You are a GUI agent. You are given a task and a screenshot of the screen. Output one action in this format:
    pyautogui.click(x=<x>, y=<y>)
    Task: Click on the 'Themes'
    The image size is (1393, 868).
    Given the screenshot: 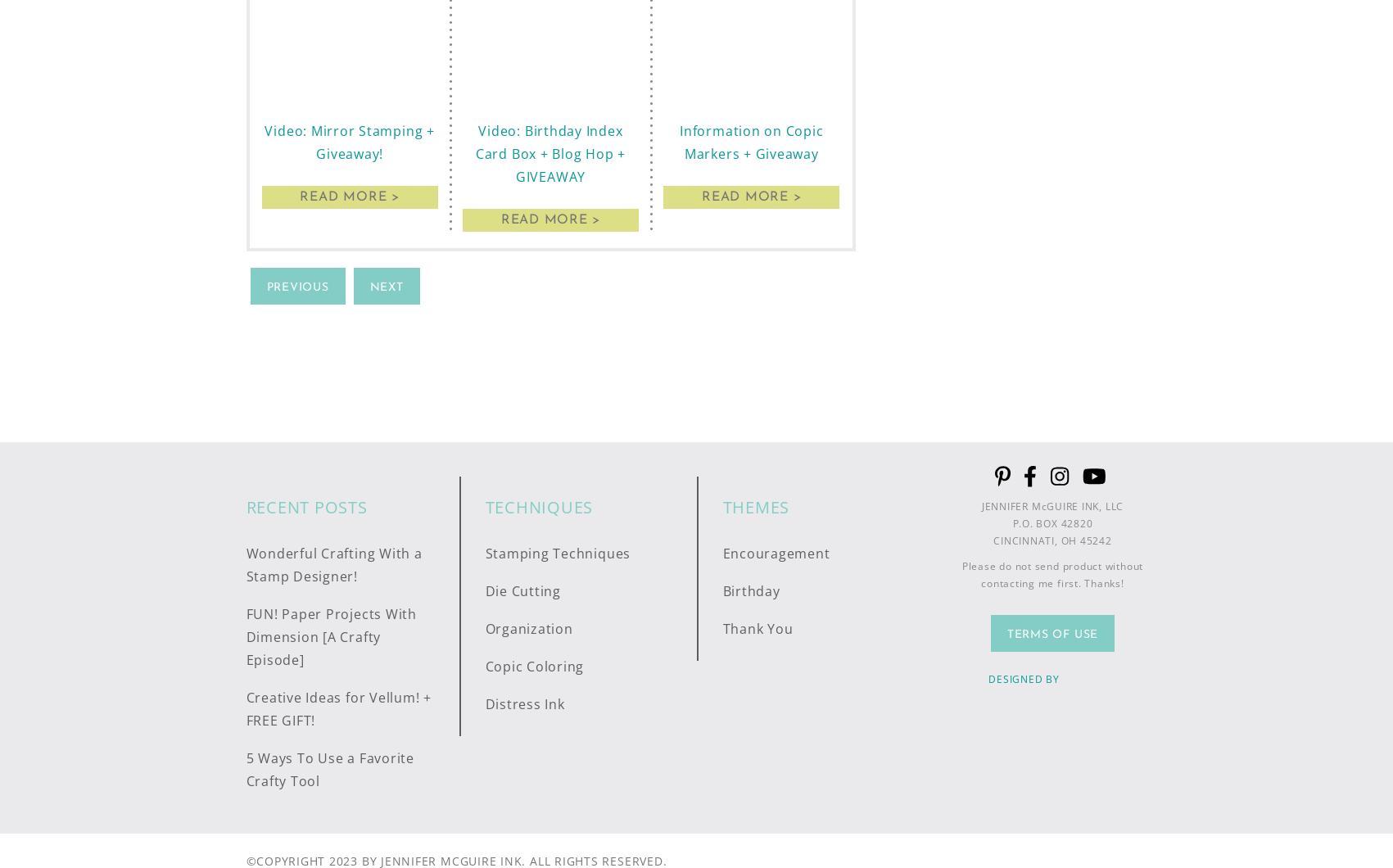 What is the action you would take?
    pyautogui.click(x=754, y=506)
    